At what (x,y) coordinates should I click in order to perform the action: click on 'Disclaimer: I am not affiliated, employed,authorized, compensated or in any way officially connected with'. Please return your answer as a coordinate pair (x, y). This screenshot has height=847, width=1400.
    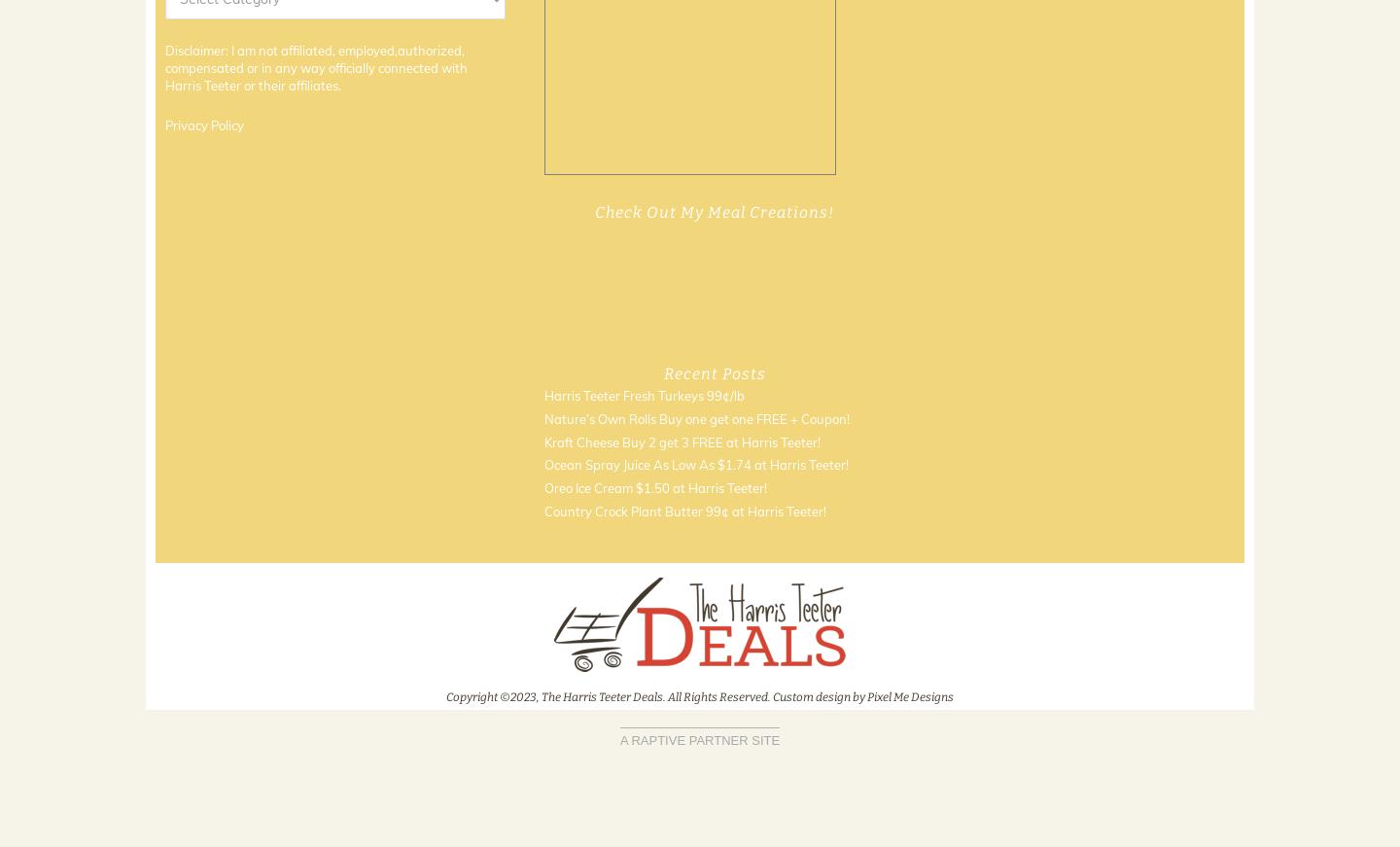
    Looking at the image, I should click on (164, 57).